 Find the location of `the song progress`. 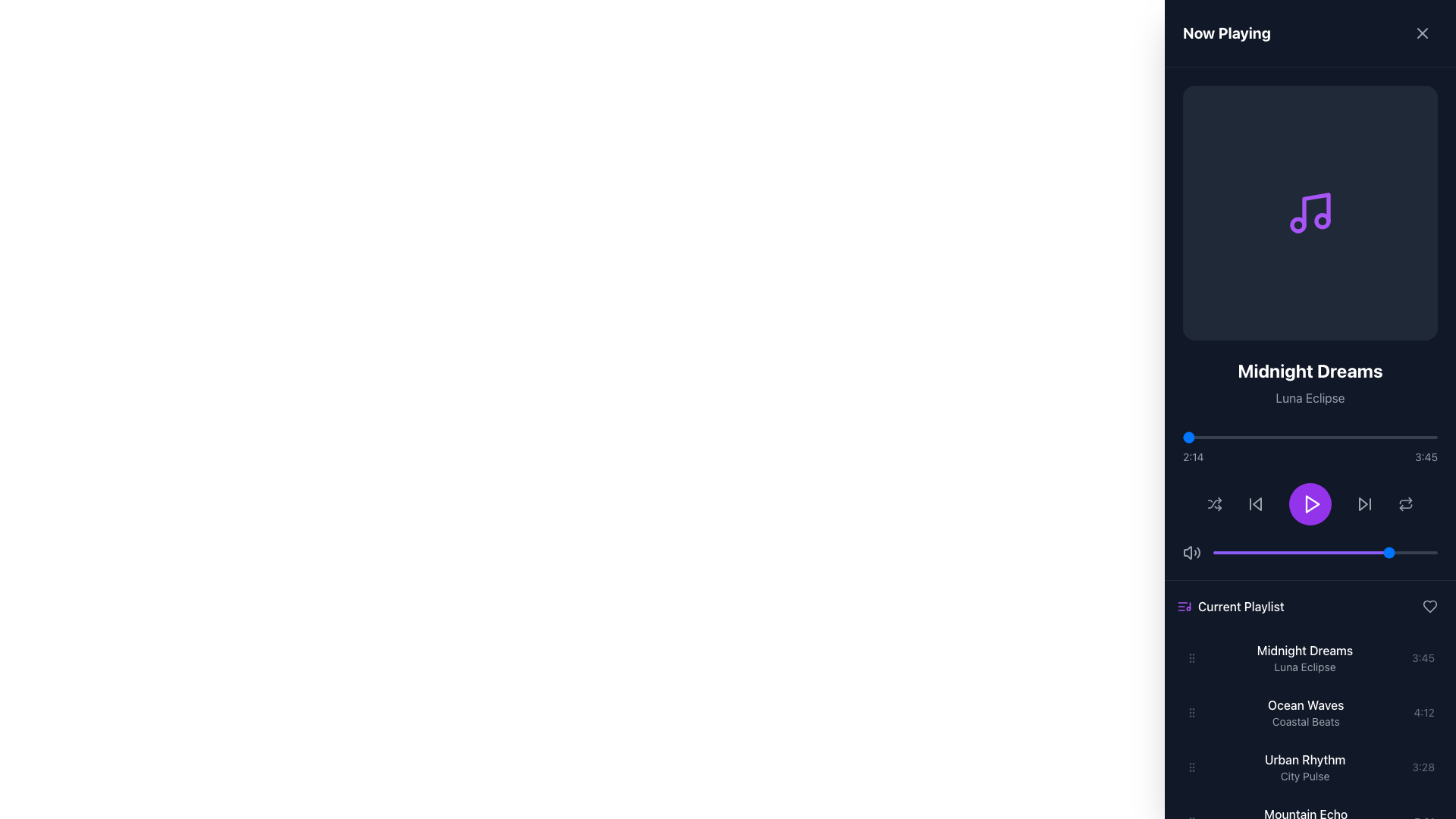

the song progress is located at coordinates (1279, 438).